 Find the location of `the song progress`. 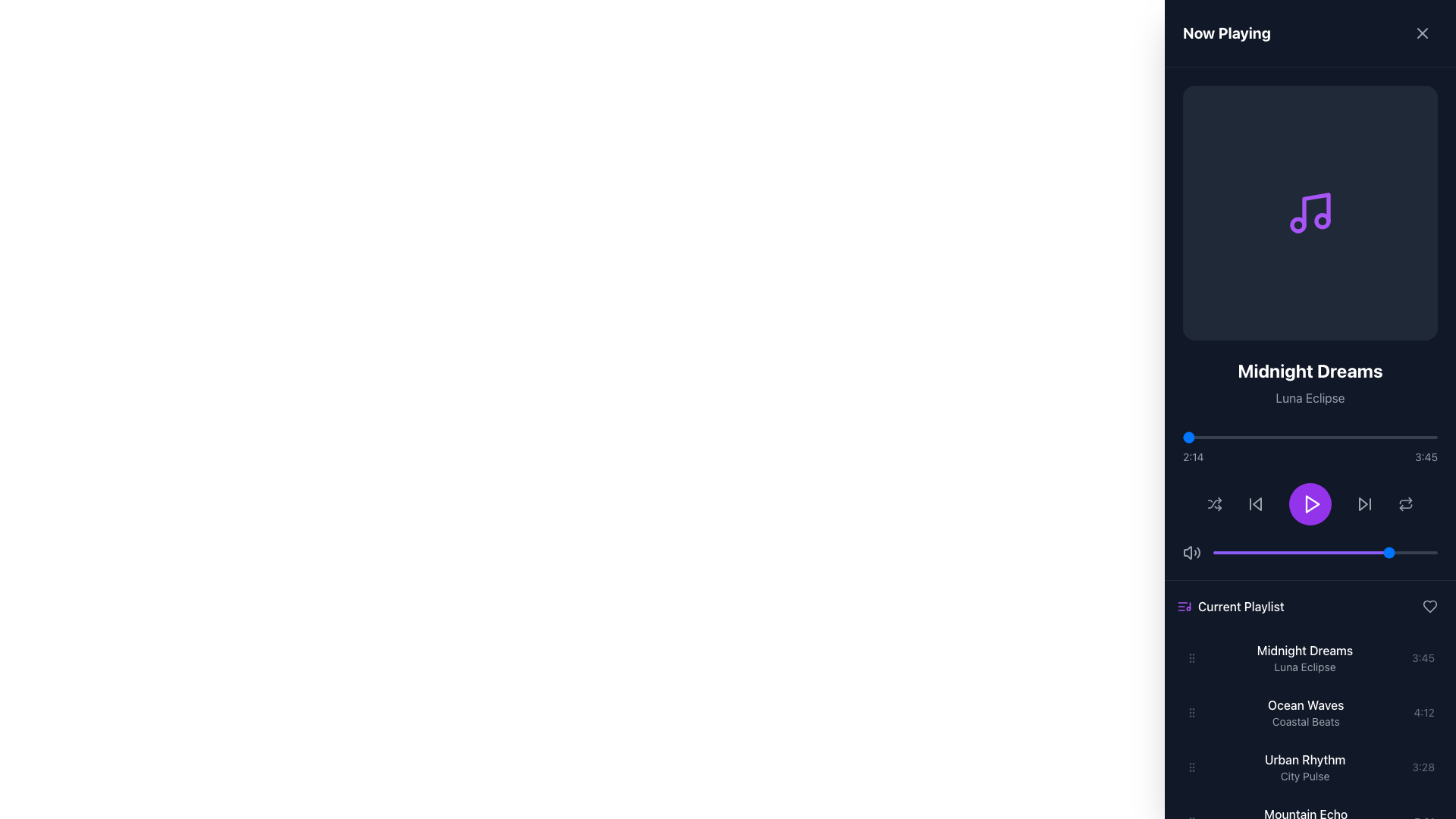

the song progress is located at coordinates (1279, 438).